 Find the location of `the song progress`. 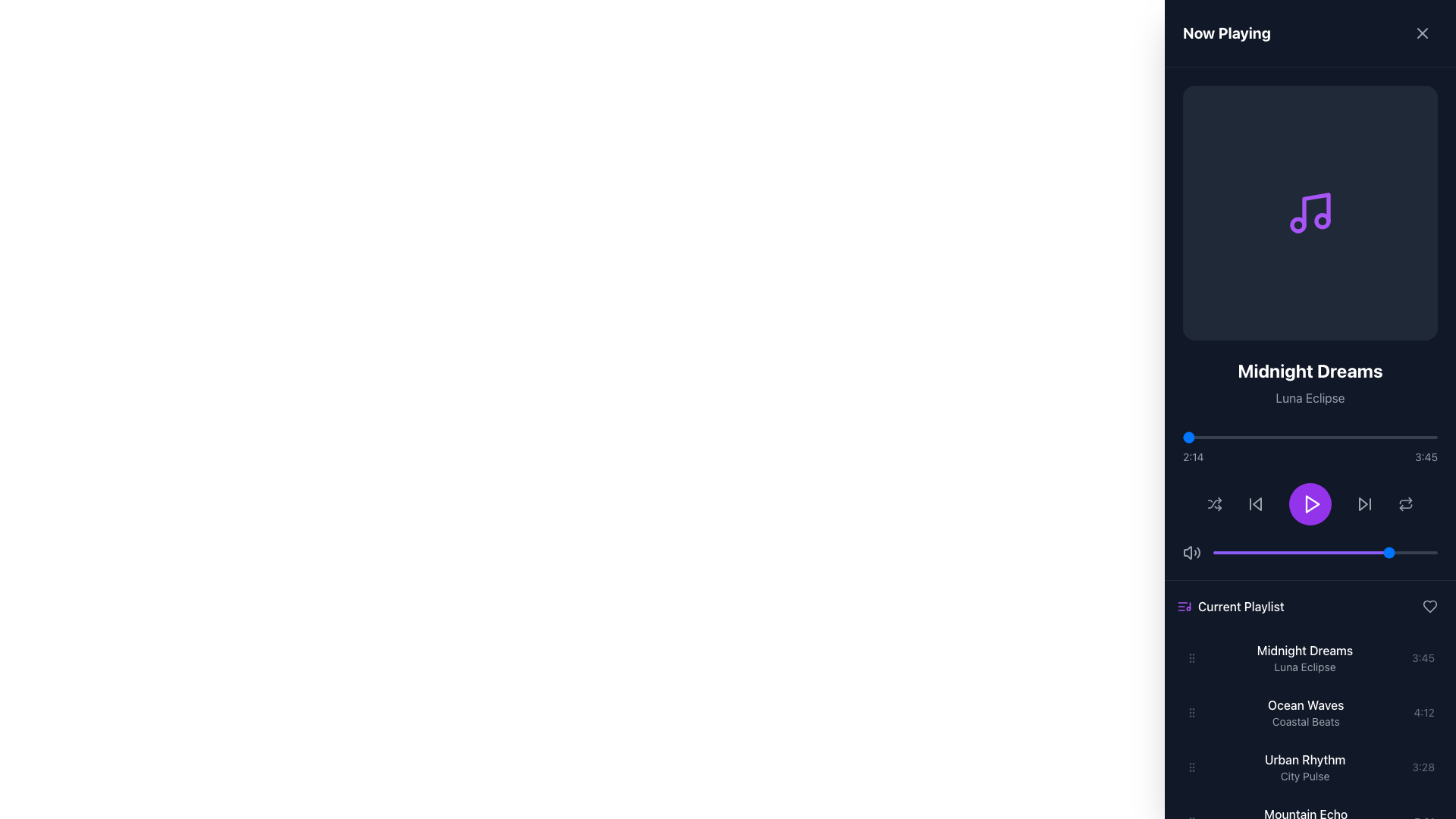

the song progress is located at coordinates (1279, 438).